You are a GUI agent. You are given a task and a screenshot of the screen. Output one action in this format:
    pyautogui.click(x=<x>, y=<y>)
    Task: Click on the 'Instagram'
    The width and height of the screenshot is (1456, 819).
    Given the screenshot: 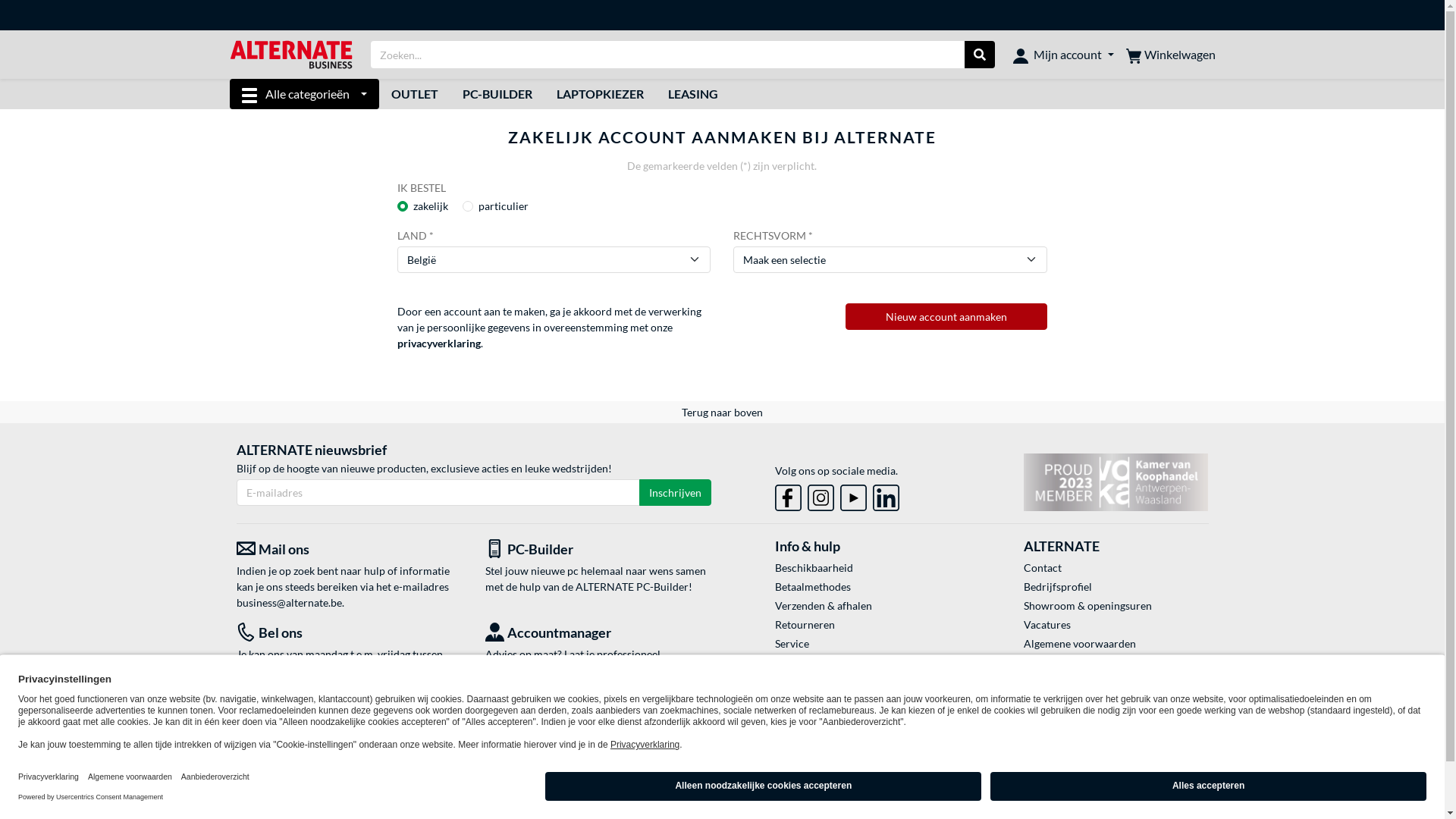 What is the action you would take?
    pyautogui.click(x=820, y=494)
    